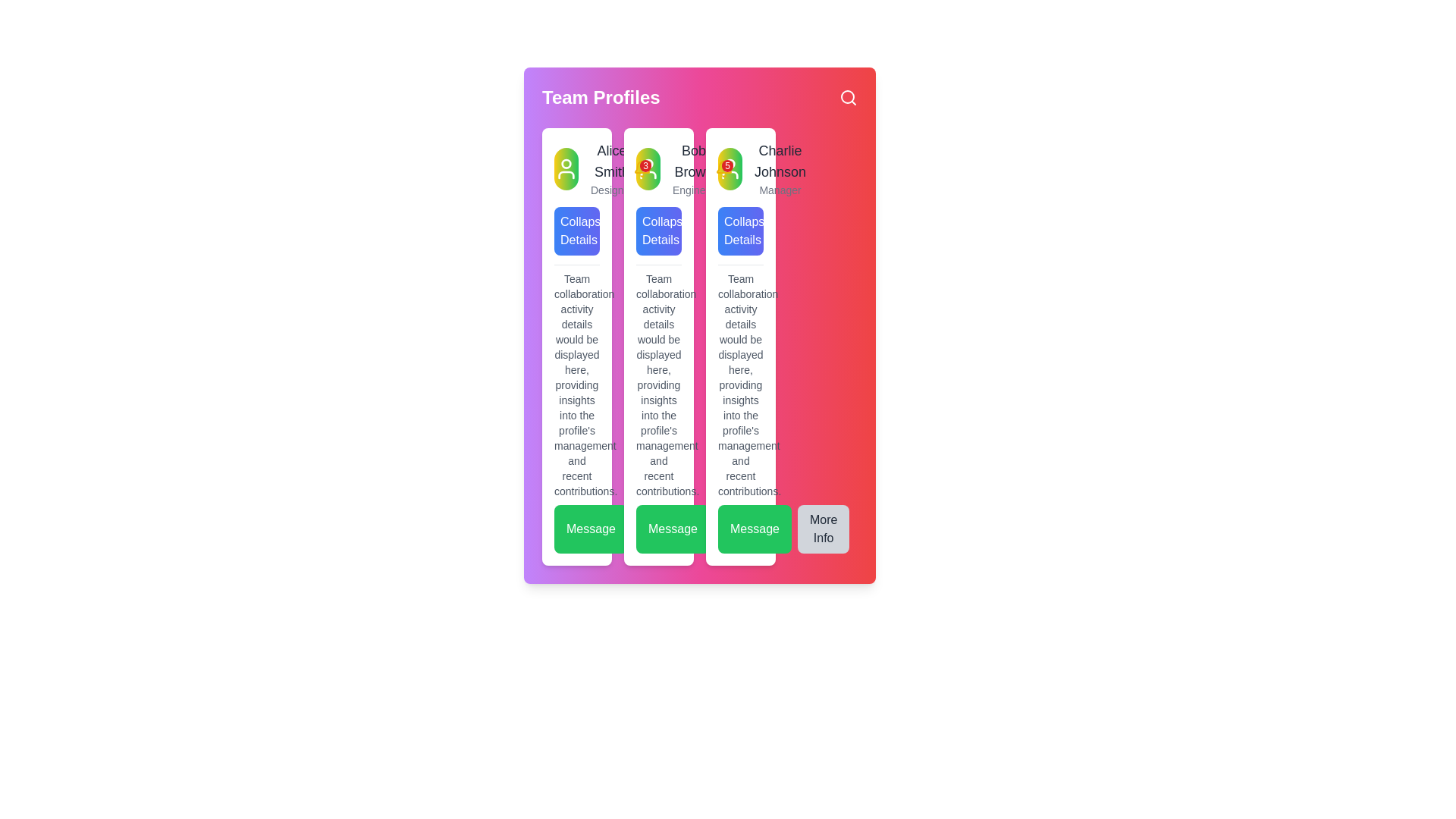 This screenshot has width=1456, height=819. Describe the element at coordinates (755, 529) in the screenshot. I see `the 'Message' button, which is a rectangular button with rounded corners, bright green background, and white text` at that location.